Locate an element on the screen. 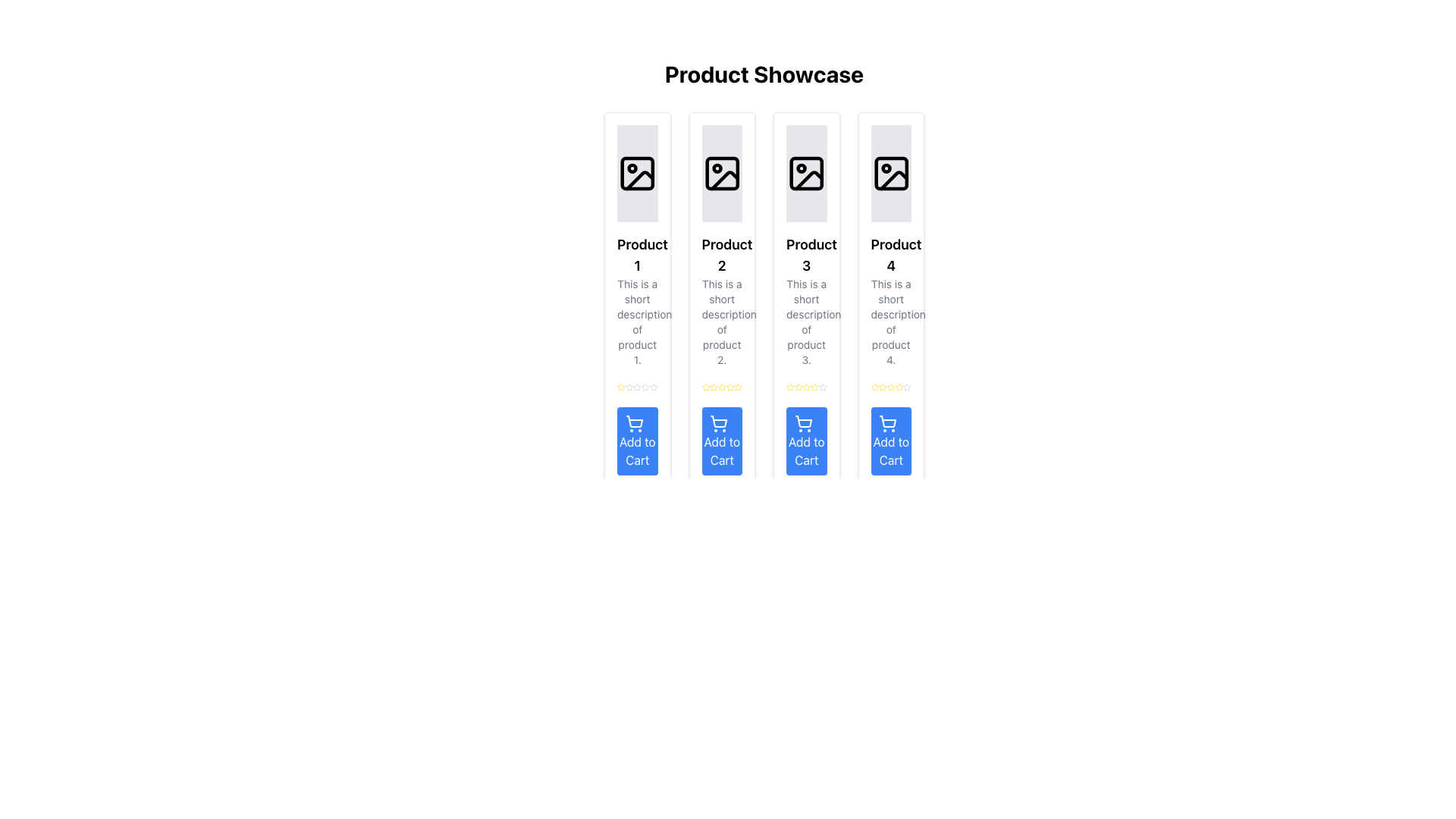 The width and height of the screenshot is (1456, 819). the image icon located at the top section of the 'Product 3' card in the grid of product cards, which is the third card in the row is located at coordinates (808, 180).